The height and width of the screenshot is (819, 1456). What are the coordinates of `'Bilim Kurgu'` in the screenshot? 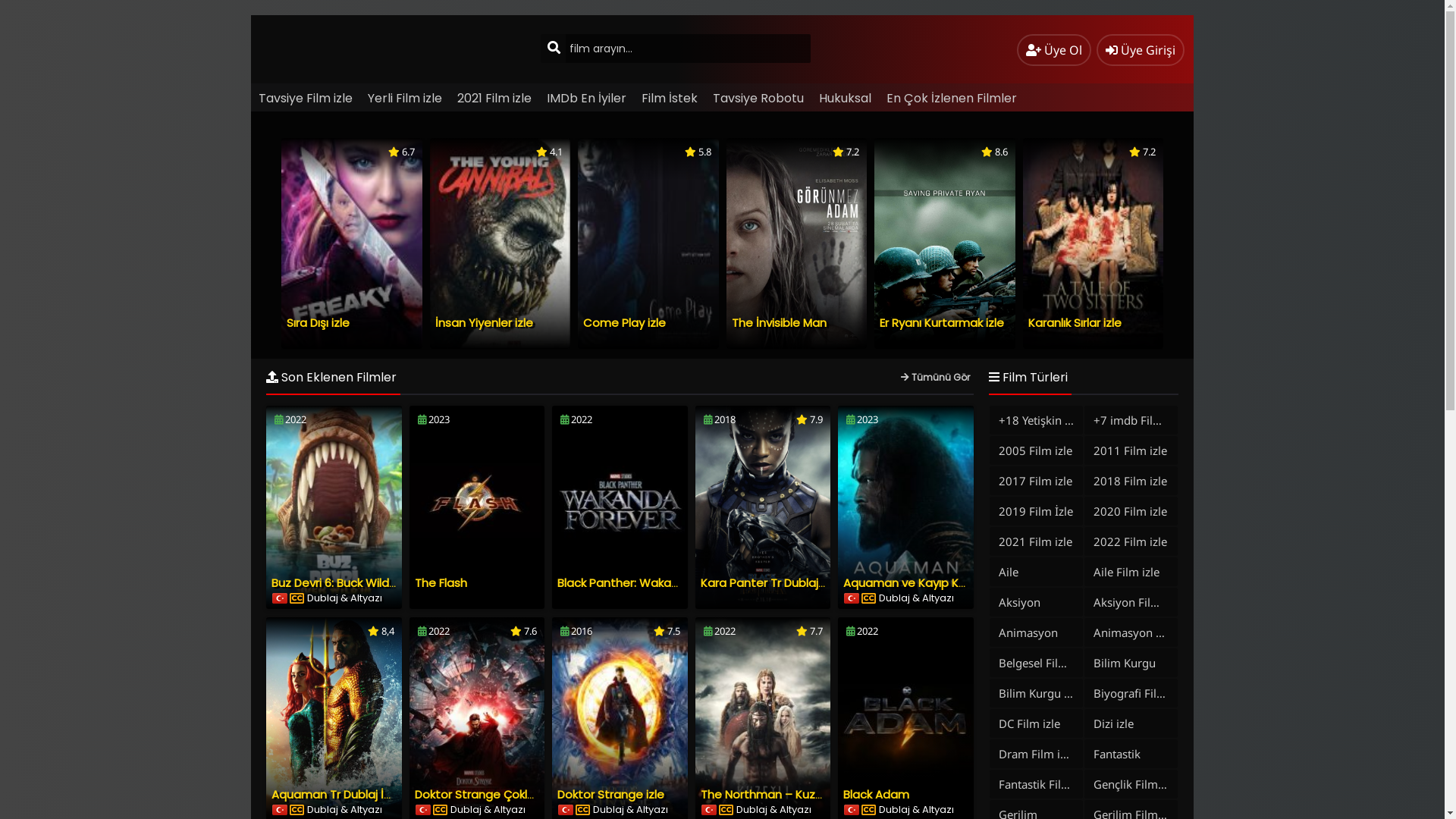 It's located at (1131, 662).